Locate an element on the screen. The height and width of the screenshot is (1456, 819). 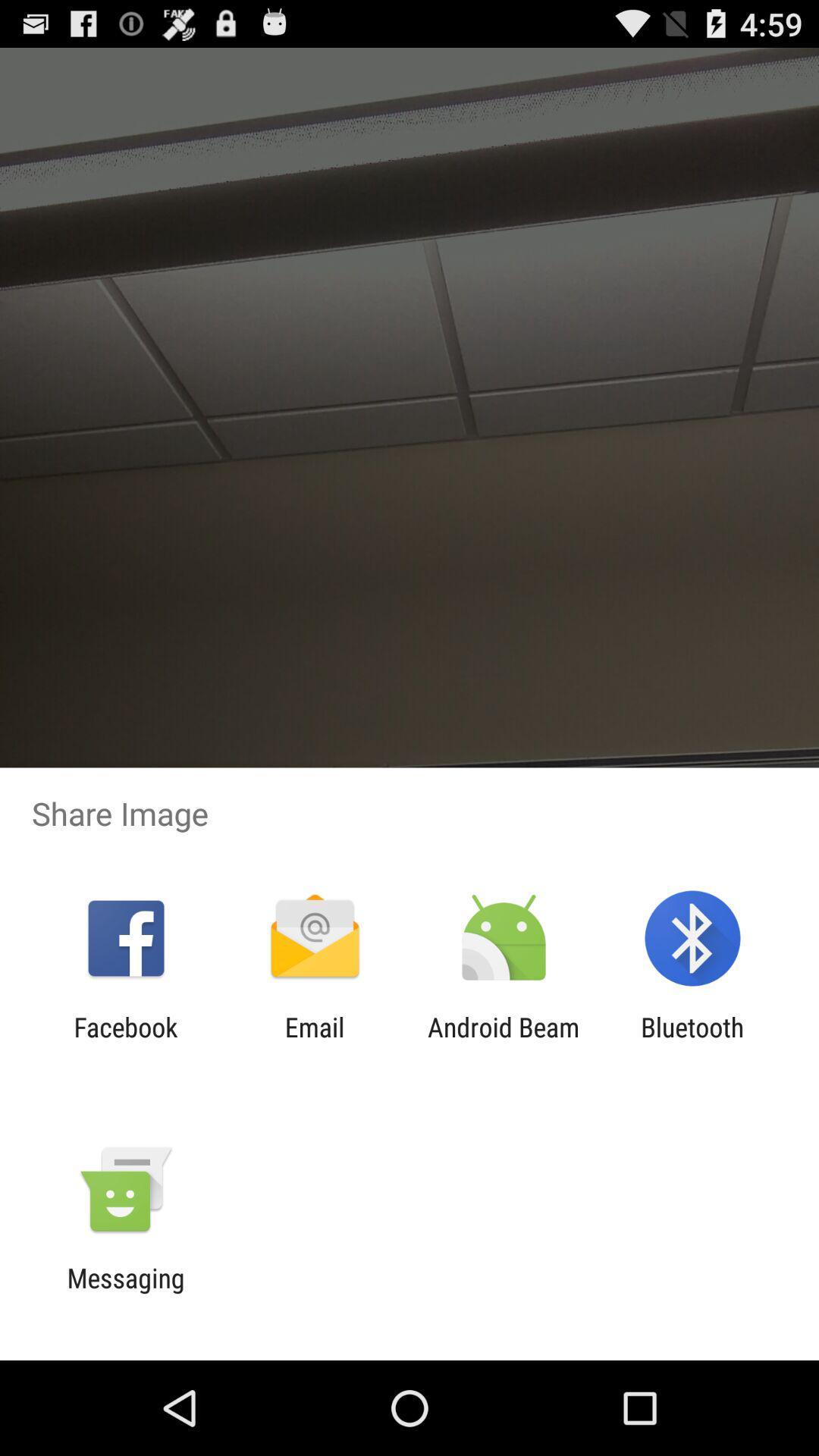
the item to the left of the email app is located at coordinates (125, 1042).